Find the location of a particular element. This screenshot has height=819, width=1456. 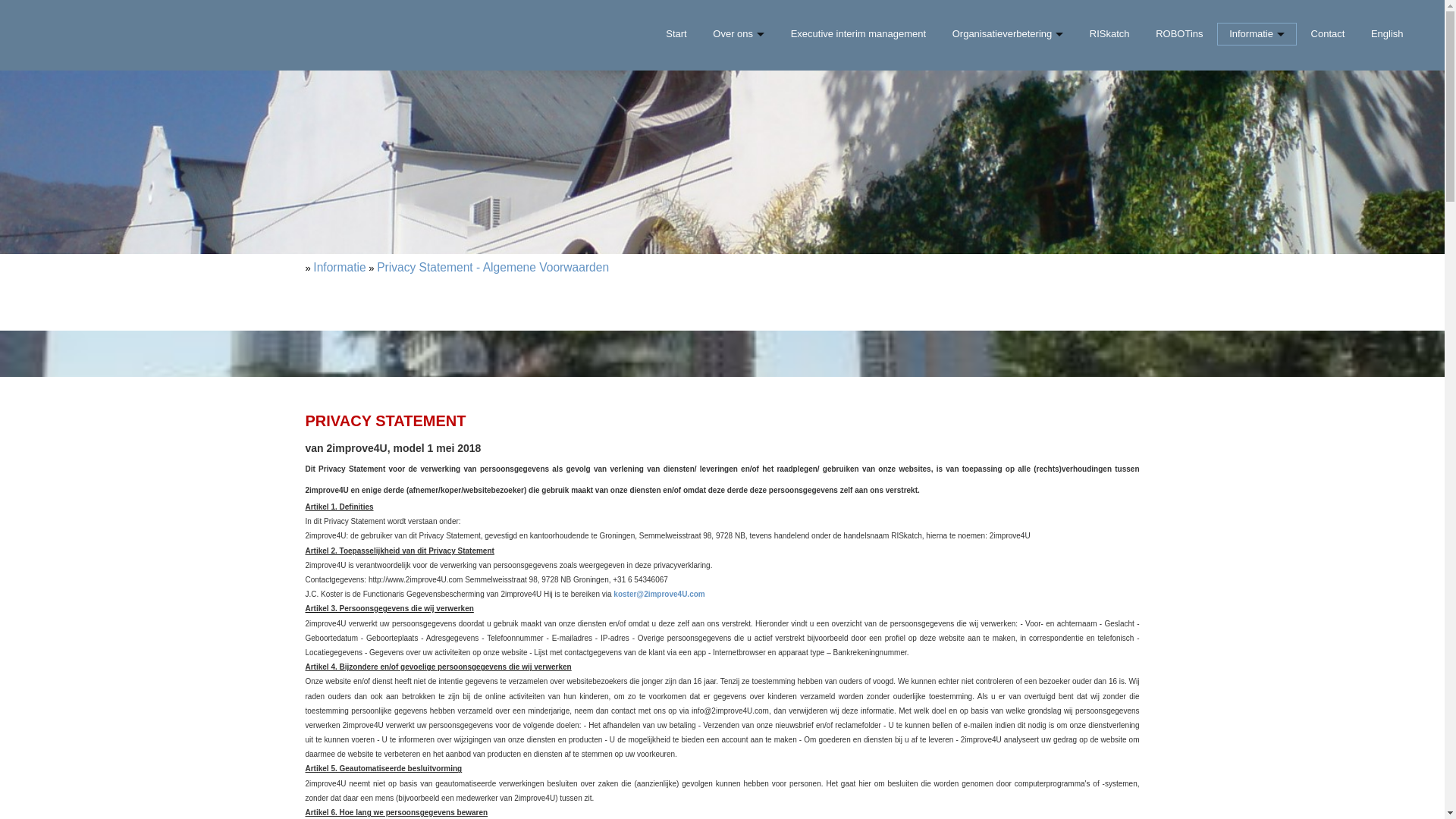

'Executive interim management' is located at coordinates (858, 34).